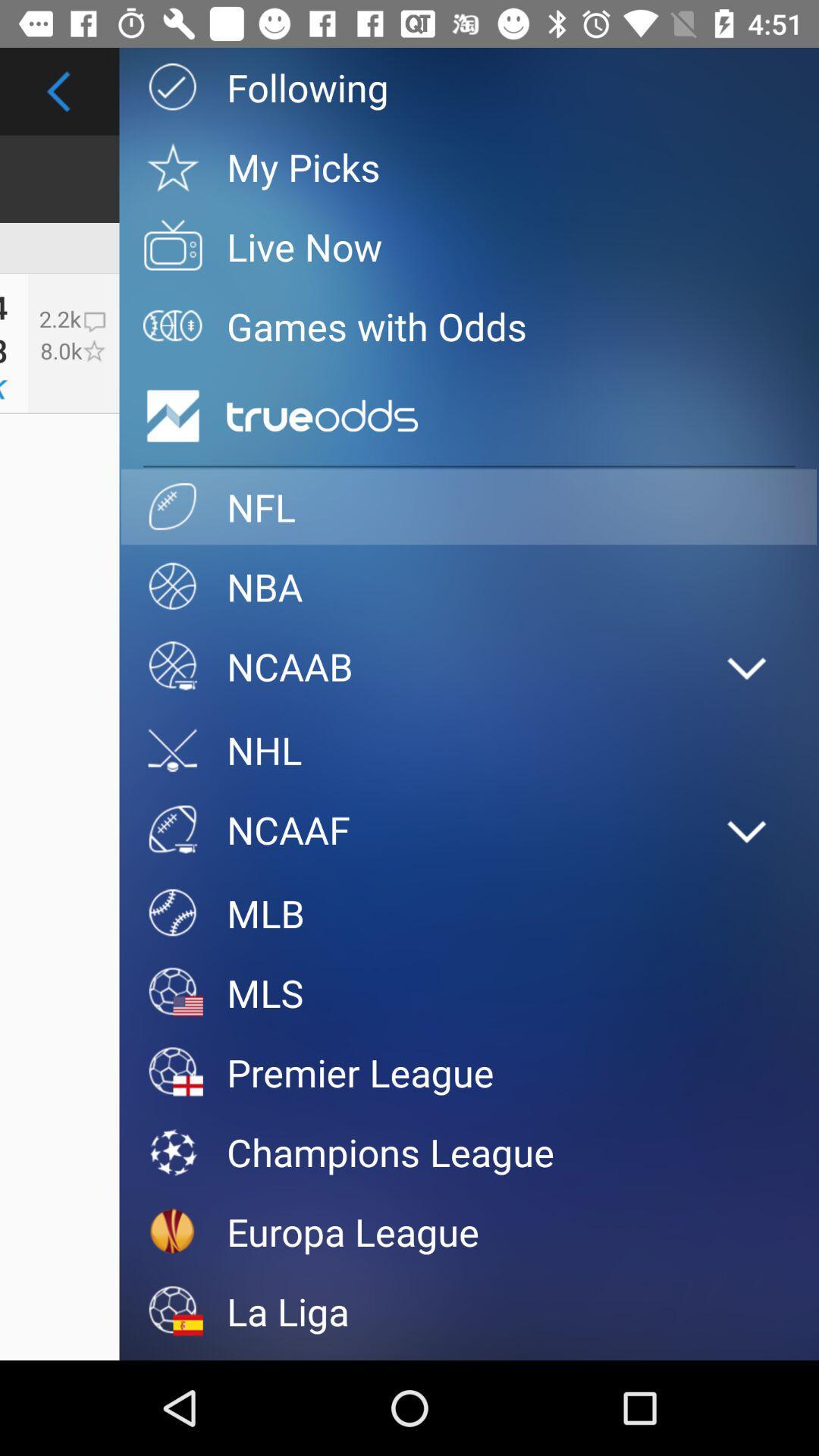  What do you see at coordinates (172, 416) in the screenshot?
I see `item to the right of 2 2k c item` at bounding box center [172, 416].